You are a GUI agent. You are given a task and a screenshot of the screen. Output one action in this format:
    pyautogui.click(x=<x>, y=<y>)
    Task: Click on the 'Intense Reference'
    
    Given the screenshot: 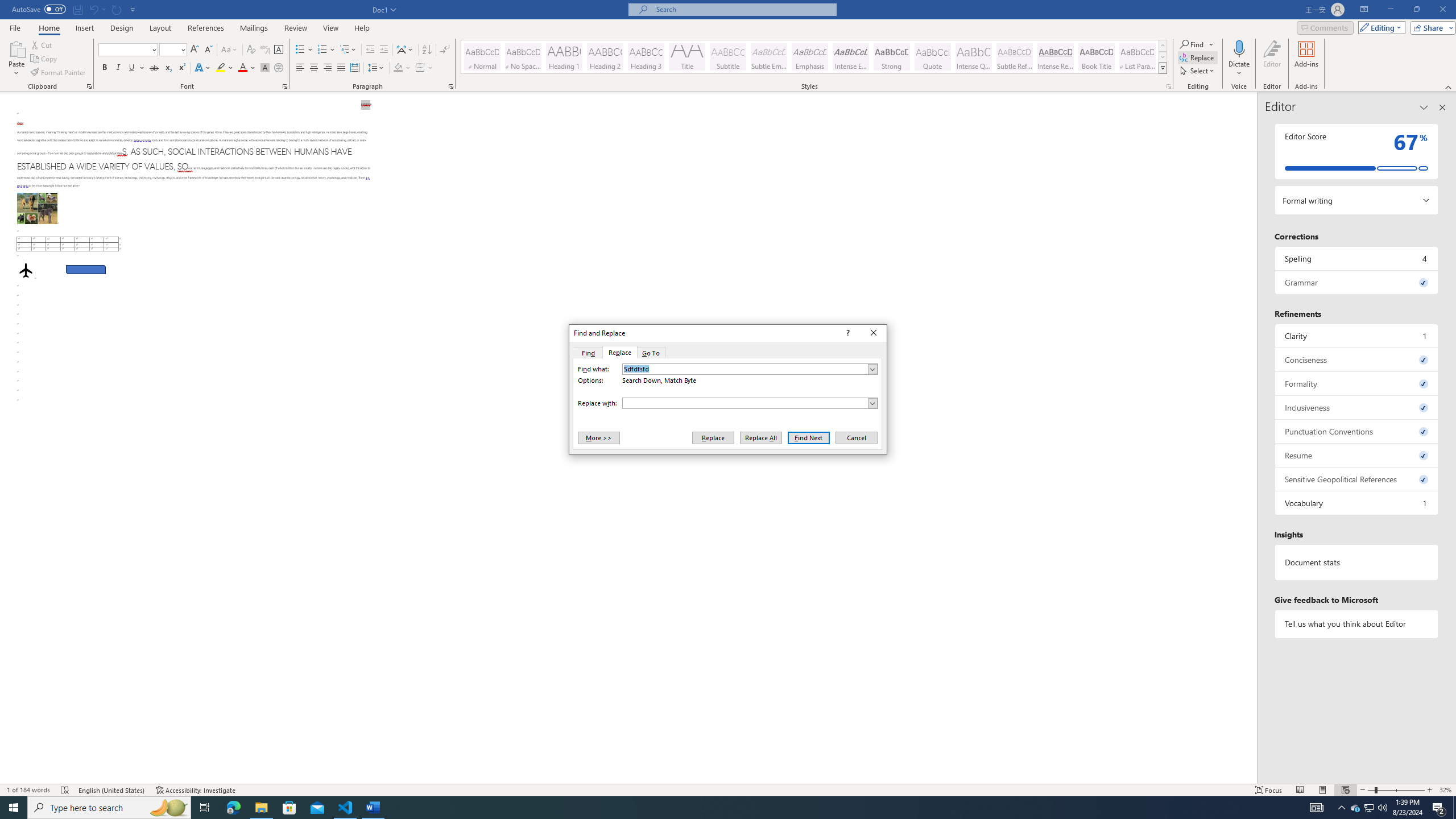 What is the action you would take?
    pyautogui.click(x=1055, y=56)
    